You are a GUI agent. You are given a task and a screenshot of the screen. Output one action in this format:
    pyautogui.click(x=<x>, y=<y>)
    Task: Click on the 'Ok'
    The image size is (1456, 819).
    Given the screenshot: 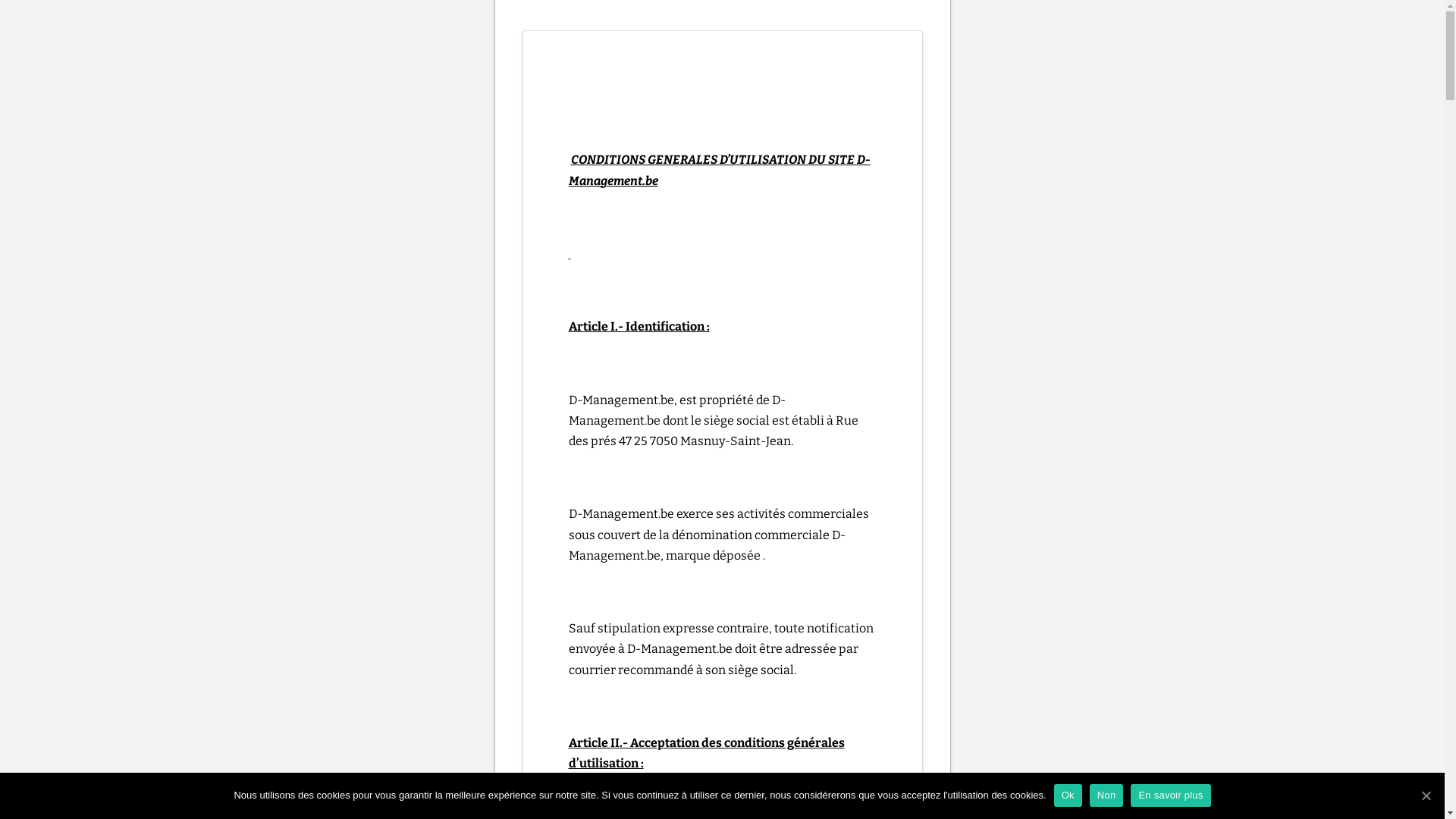 What is the action you would take?
    pyautogui.click(x=1067, y=795)
    